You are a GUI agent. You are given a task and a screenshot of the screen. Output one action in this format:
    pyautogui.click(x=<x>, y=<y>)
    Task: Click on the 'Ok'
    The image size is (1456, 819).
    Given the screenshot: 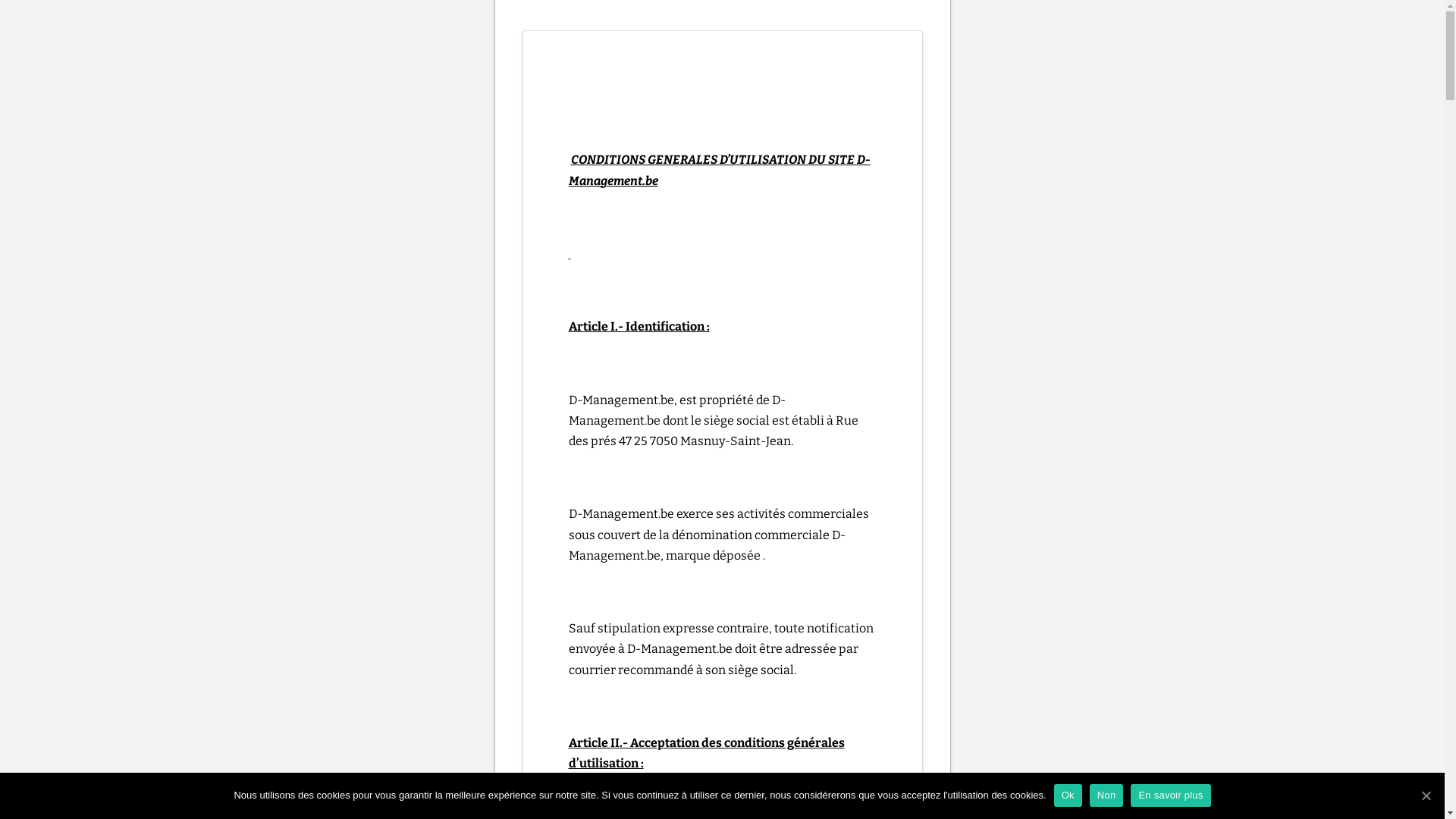 What is the action you would take?
    pyautogui.click(x=1067, y=795)
    